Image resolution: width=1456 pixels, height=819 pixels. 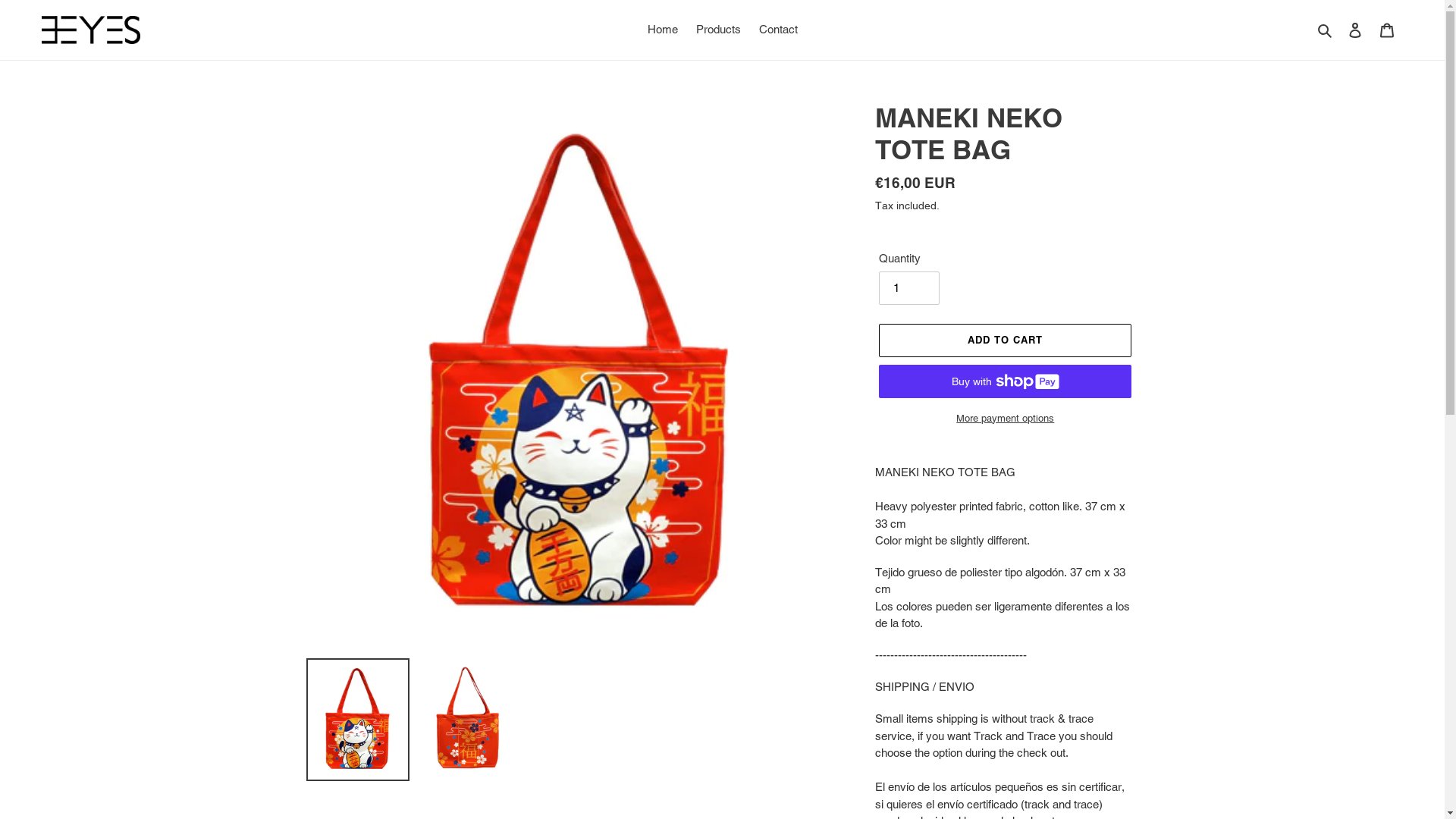 What do you see at coordinates (717, 30) in the screenshot?
I see `'Products'` at bounding box center [717, 30].